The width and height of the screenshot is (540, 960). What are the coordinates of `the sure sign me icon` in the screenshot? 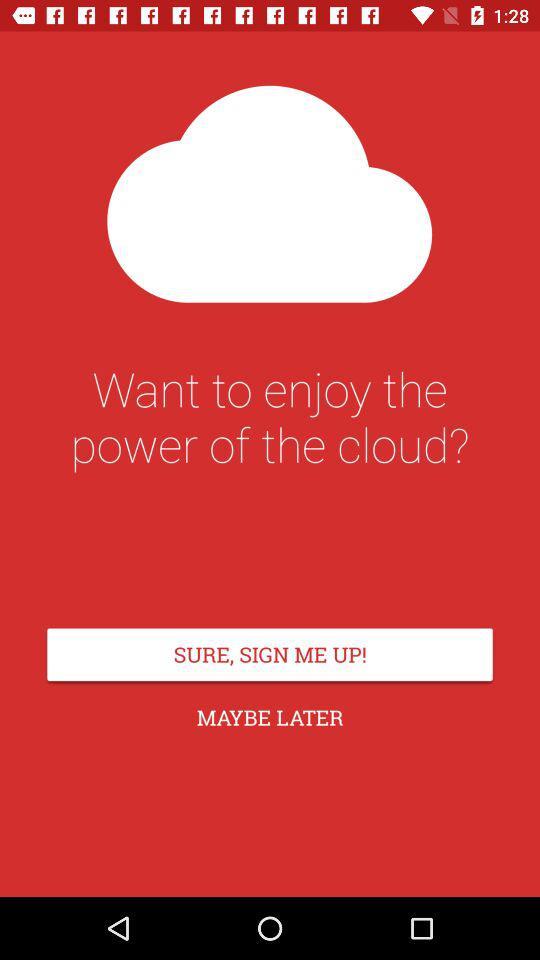 It's located at (270, 653).